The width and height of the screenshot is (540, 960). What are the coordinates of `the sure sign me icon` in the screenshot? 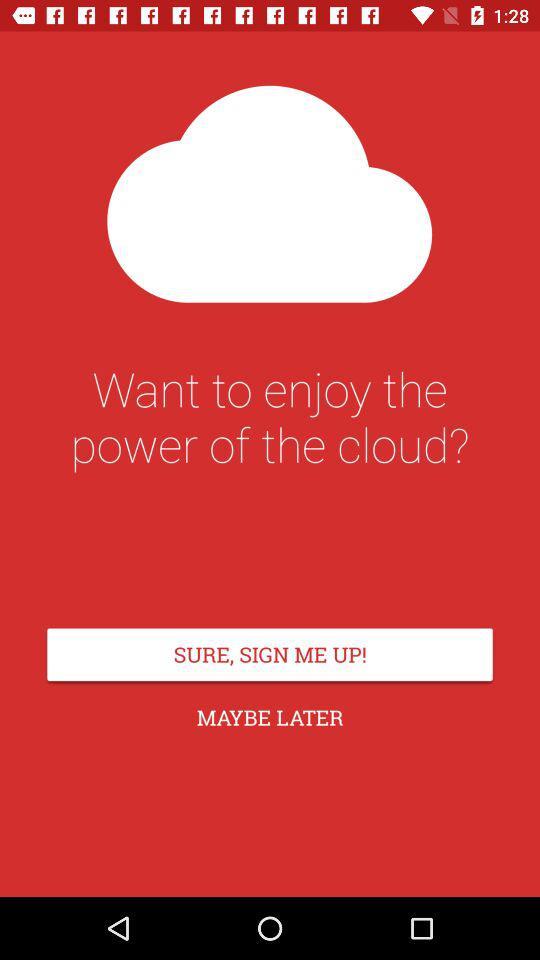 It's located at (270, 653).